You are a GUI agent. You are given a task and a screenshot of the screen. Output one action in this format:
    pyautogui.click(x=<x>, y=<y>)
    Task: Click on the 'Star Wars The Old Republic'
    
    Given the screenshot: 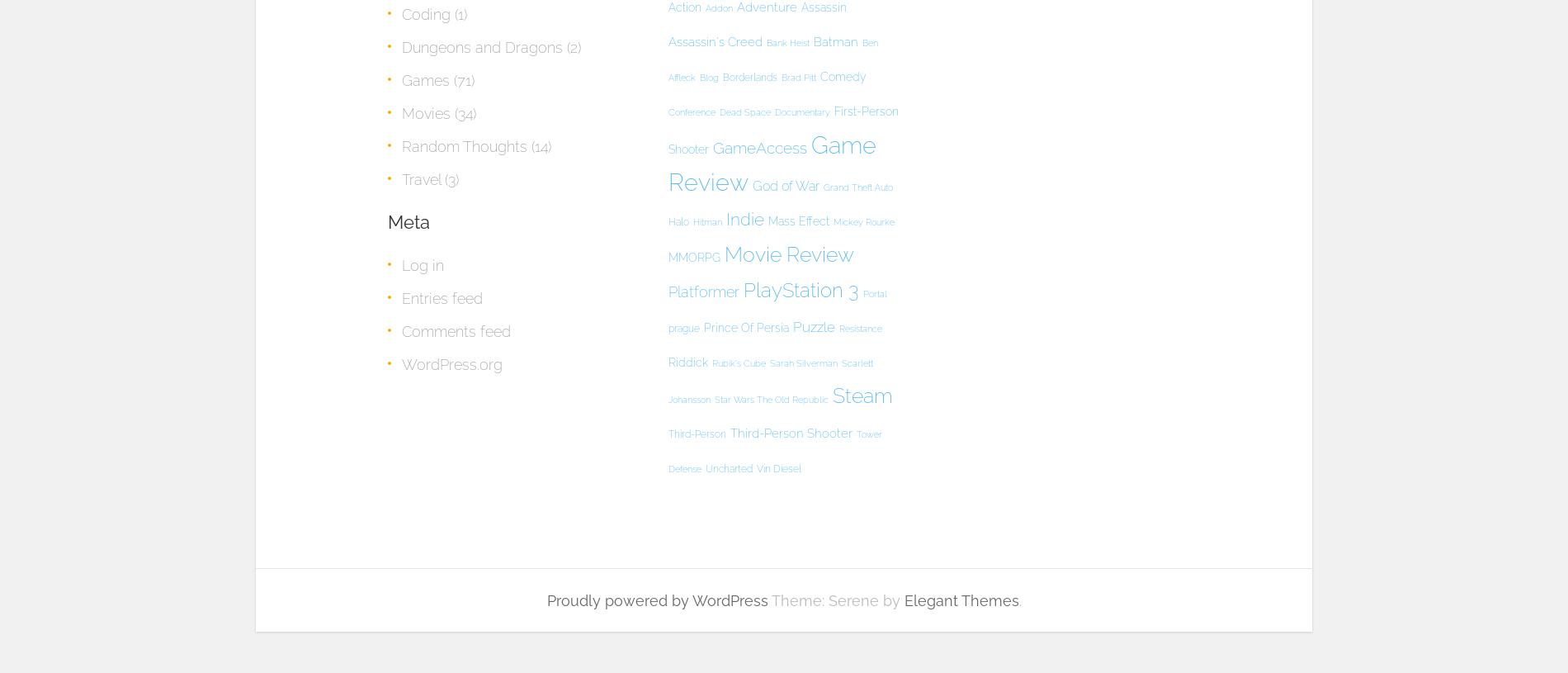 What is the action you would take?
    pyautogui.click(x=714, y=400)
    